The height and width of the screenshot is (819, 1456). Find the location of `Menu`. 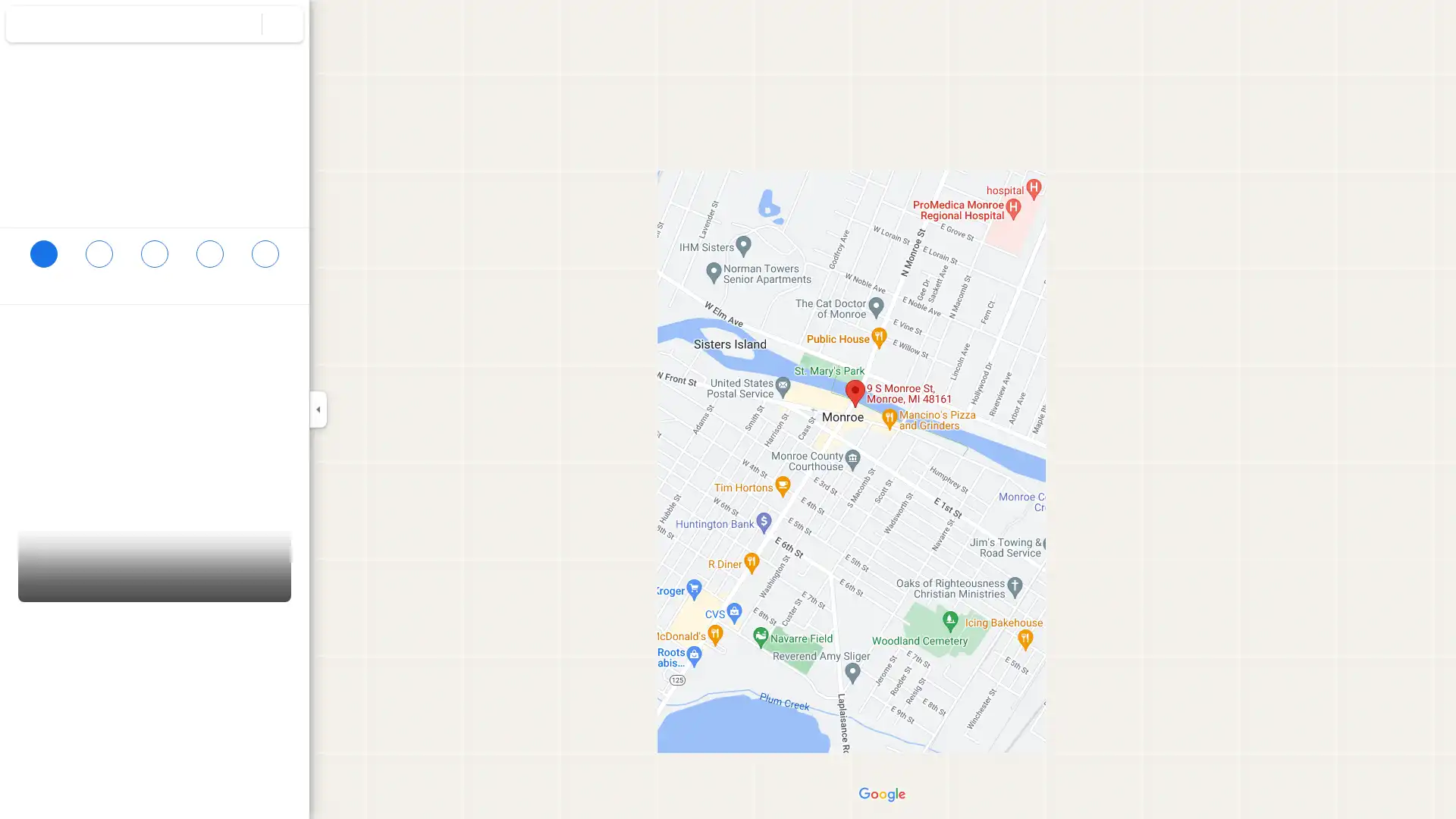

Menu is located at coordinates (27, 26).